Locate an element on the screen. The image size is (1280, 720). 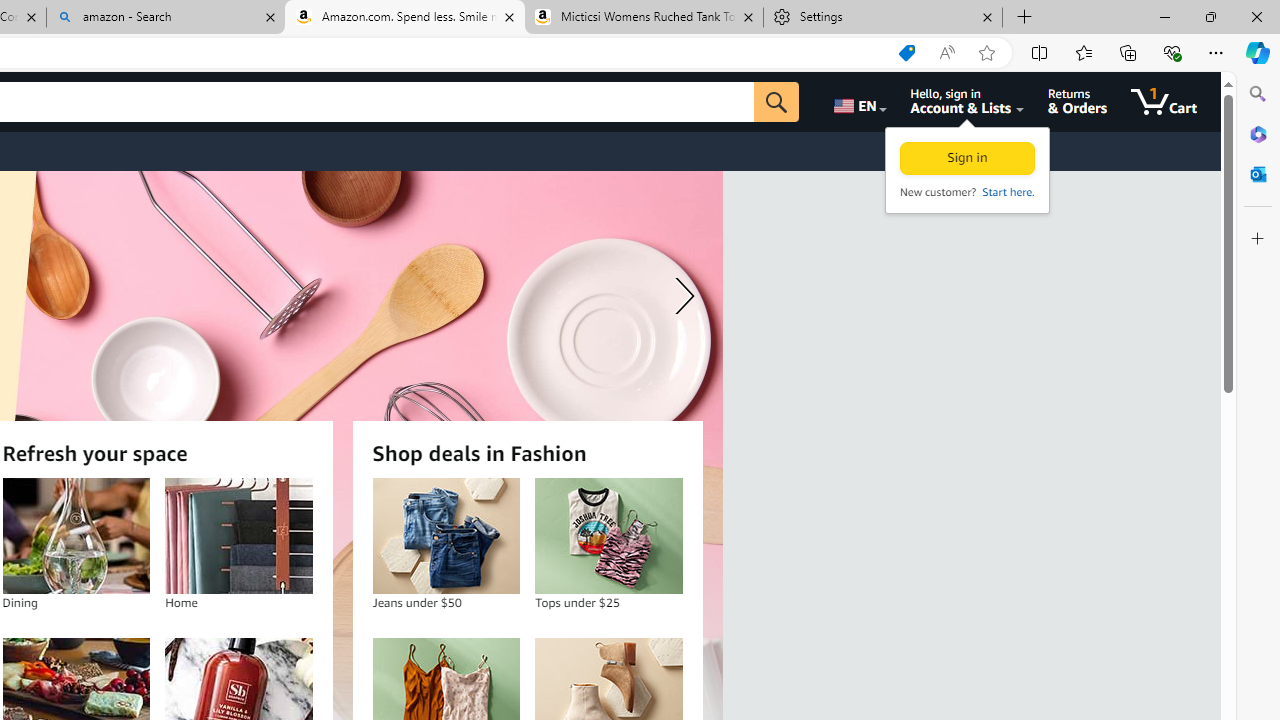
'Returns & Orders' is located at coordinates (1076, 101).